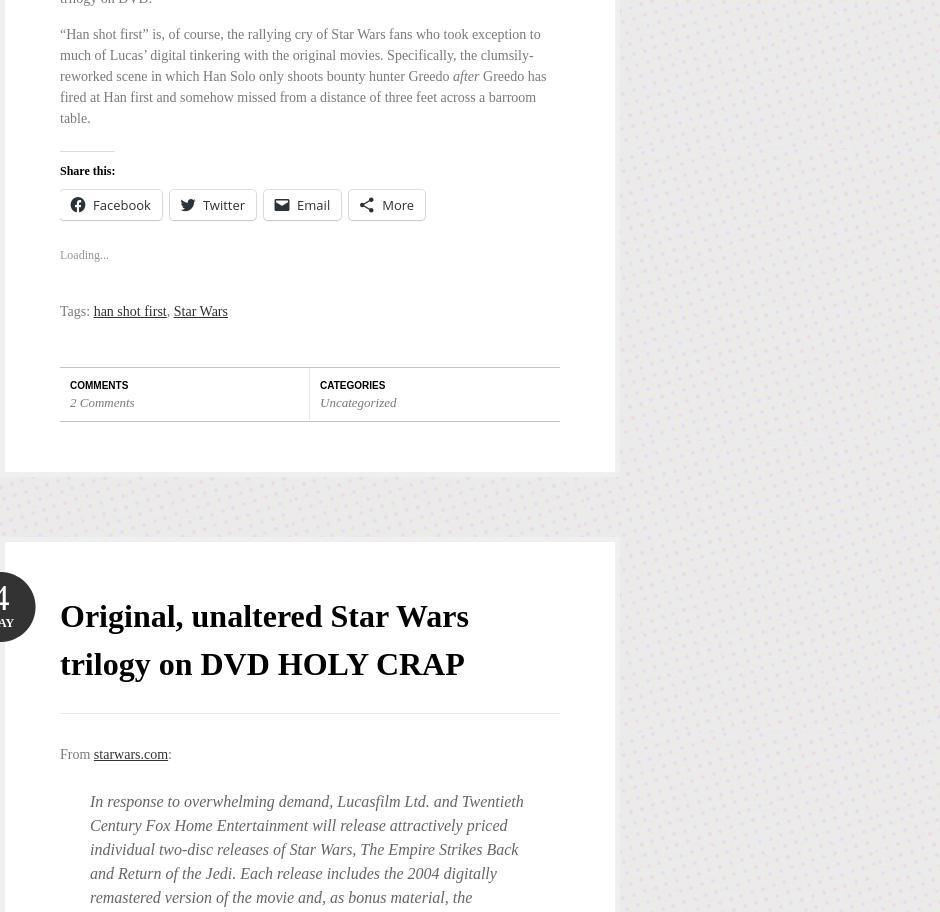  Describe the element at coordinates (199, 311) in the screenshot. I see `'Star Wars'` at that location.